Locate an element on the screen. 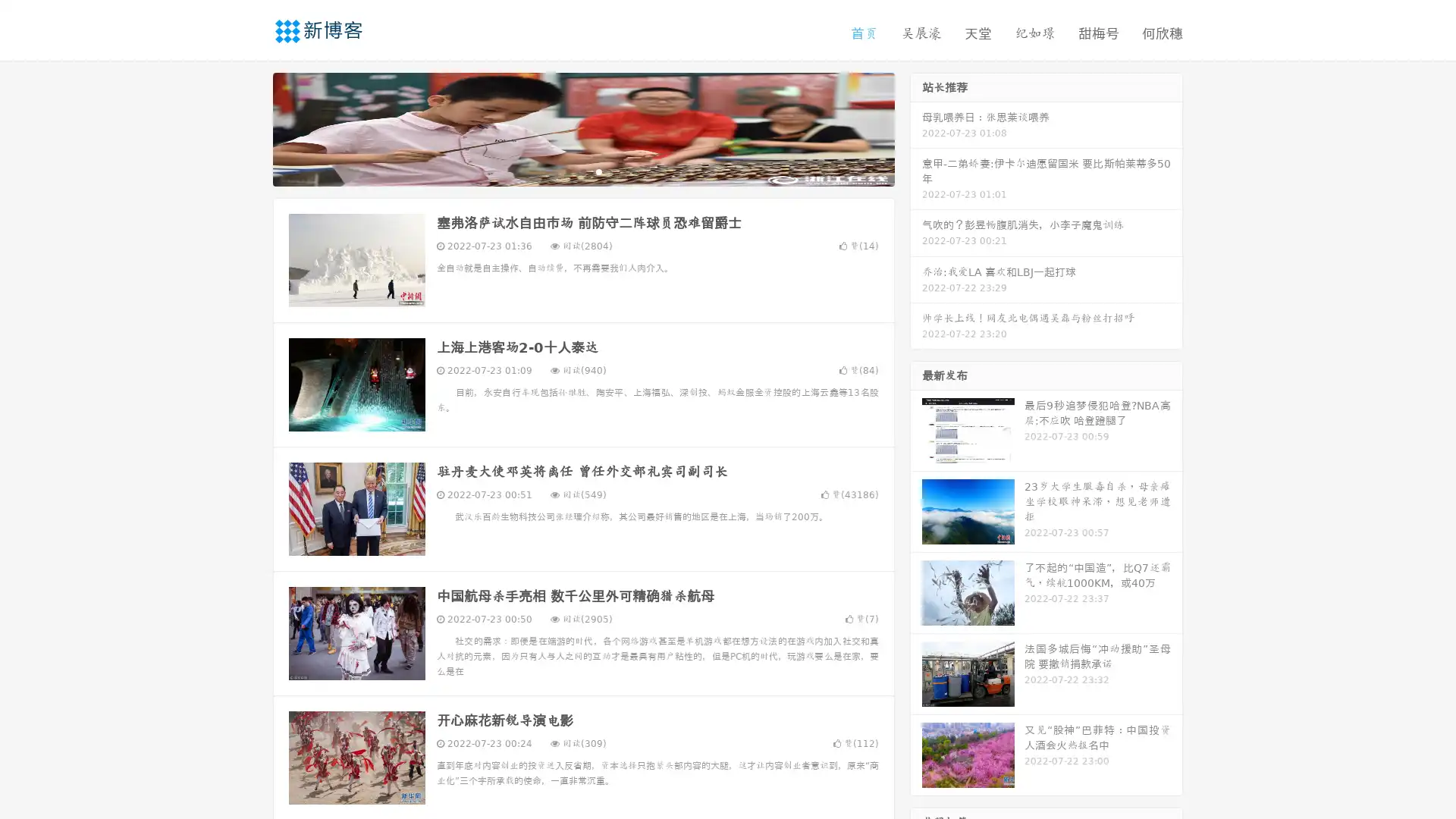  Go to slide 3 is located at coordinates (598, 171).